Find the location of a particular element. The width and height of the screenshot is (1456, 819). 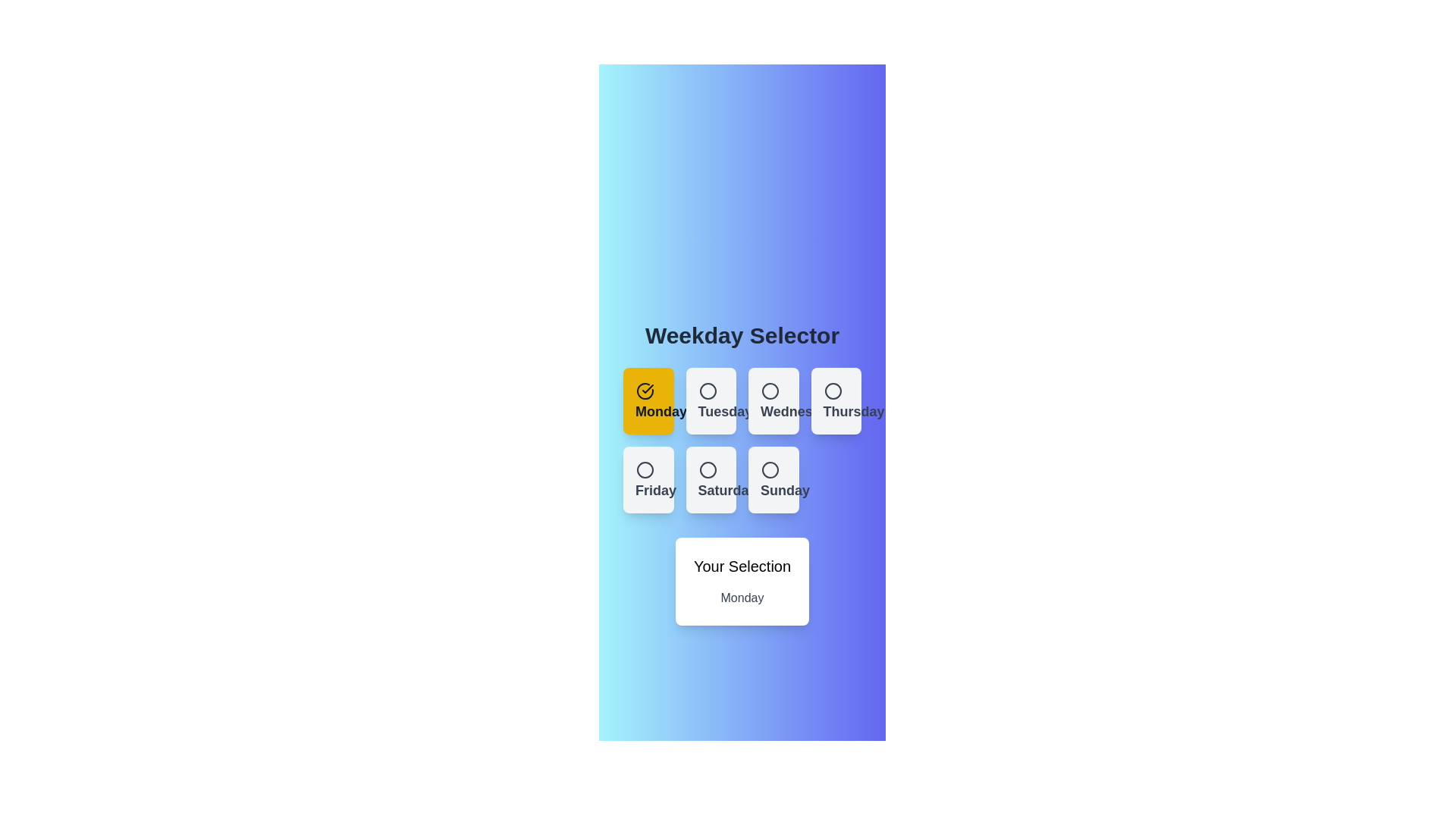

the button corresponding to Saturday is located at coordinates (710, 479).